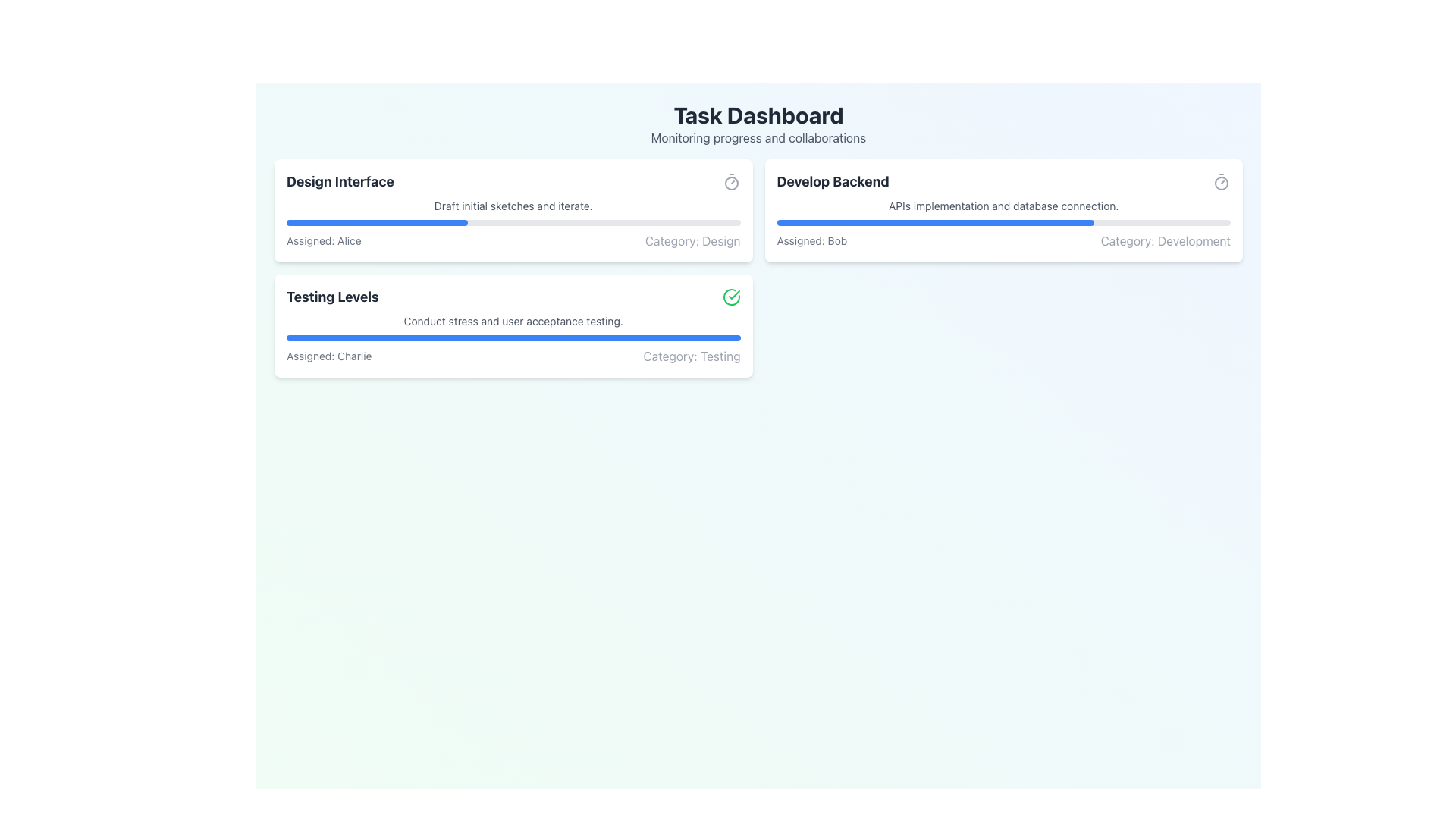 The image size is (1456, 819). Describe the element at coordinates (513, 325) in the screenshot. I see `the title or progress bar of the 'Testing' task overview card located at the bottom-left of the 'Task Dashboard'` at that location.